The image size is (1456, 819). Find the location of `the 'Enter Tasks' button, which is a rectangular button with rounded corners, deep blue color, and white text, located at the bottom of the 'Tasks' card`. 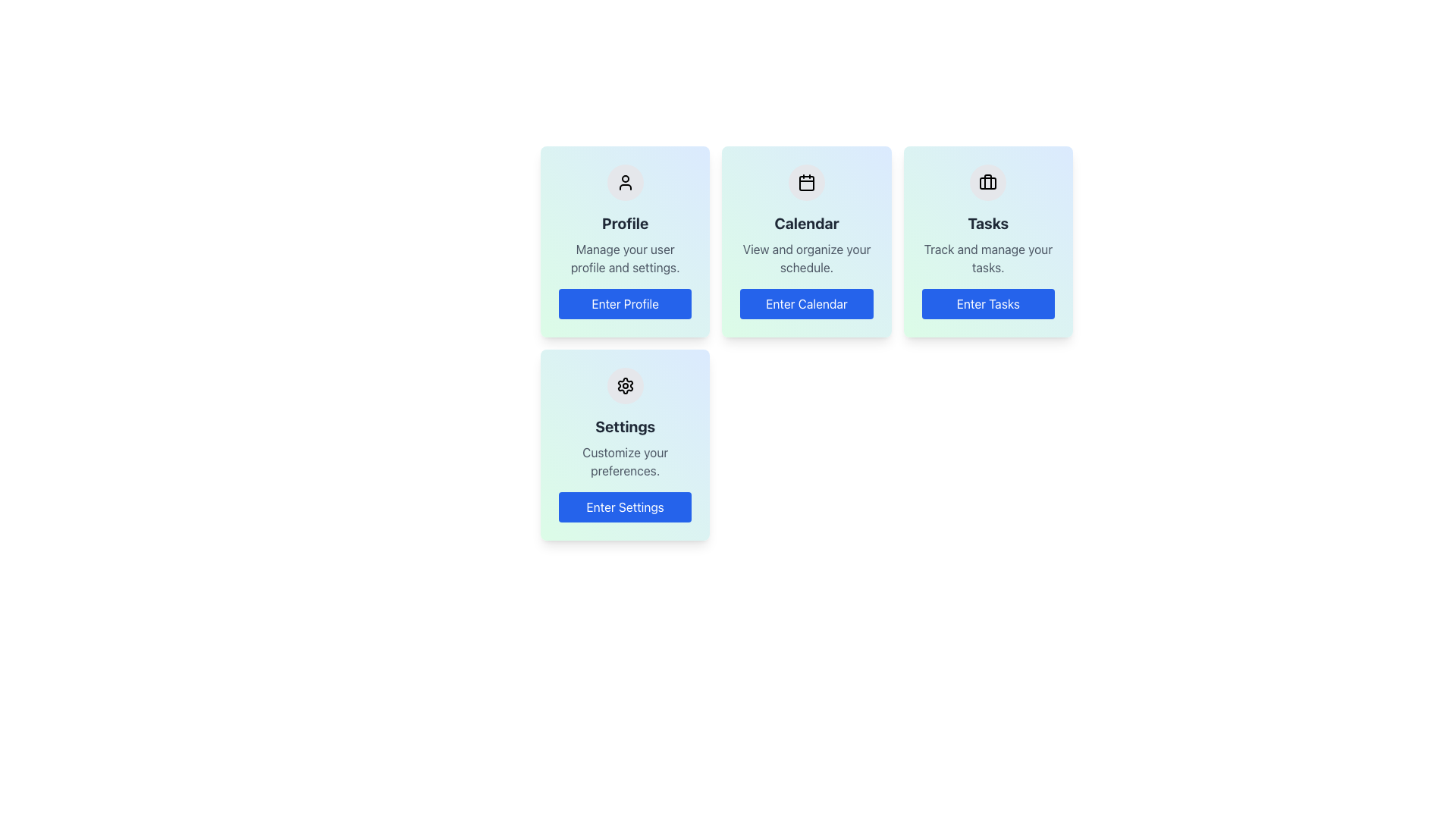

the 'Enter Tasks' button, which is a rectangular button with rounded corners, deep blue color, and white text, located at the bottom of the 'Tasks' card is located at coordinates (988, 304).